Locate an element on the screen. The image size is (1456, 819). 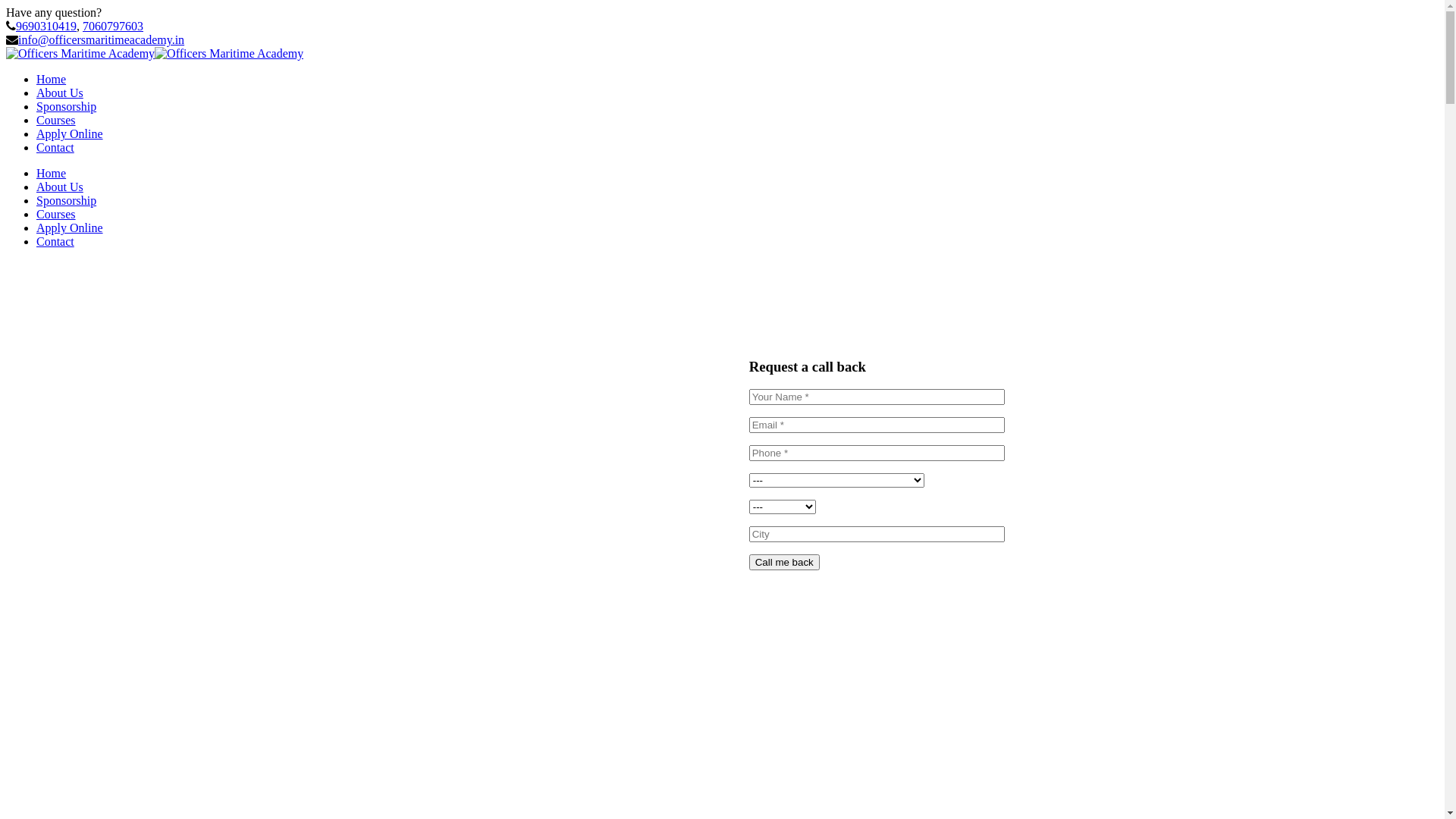
'Contact' is located at coordinates (55, 147).